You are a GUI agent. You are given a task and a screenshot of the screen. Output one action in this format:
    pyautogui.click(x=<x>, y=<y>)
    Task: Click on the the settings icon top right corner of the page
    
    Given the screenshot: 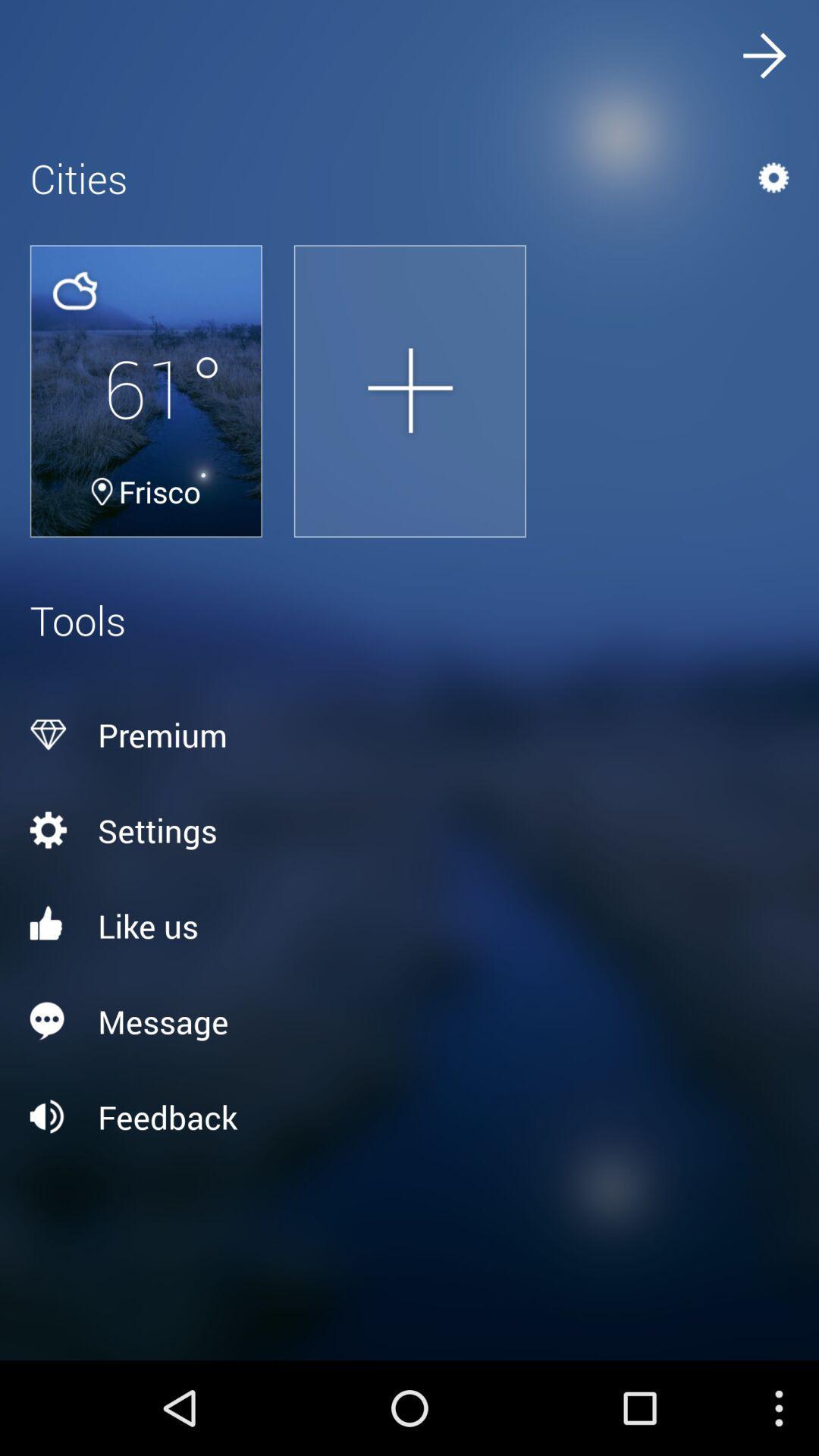 What is the action you would take?
    pyautogui.click(x=736, y=178)
    